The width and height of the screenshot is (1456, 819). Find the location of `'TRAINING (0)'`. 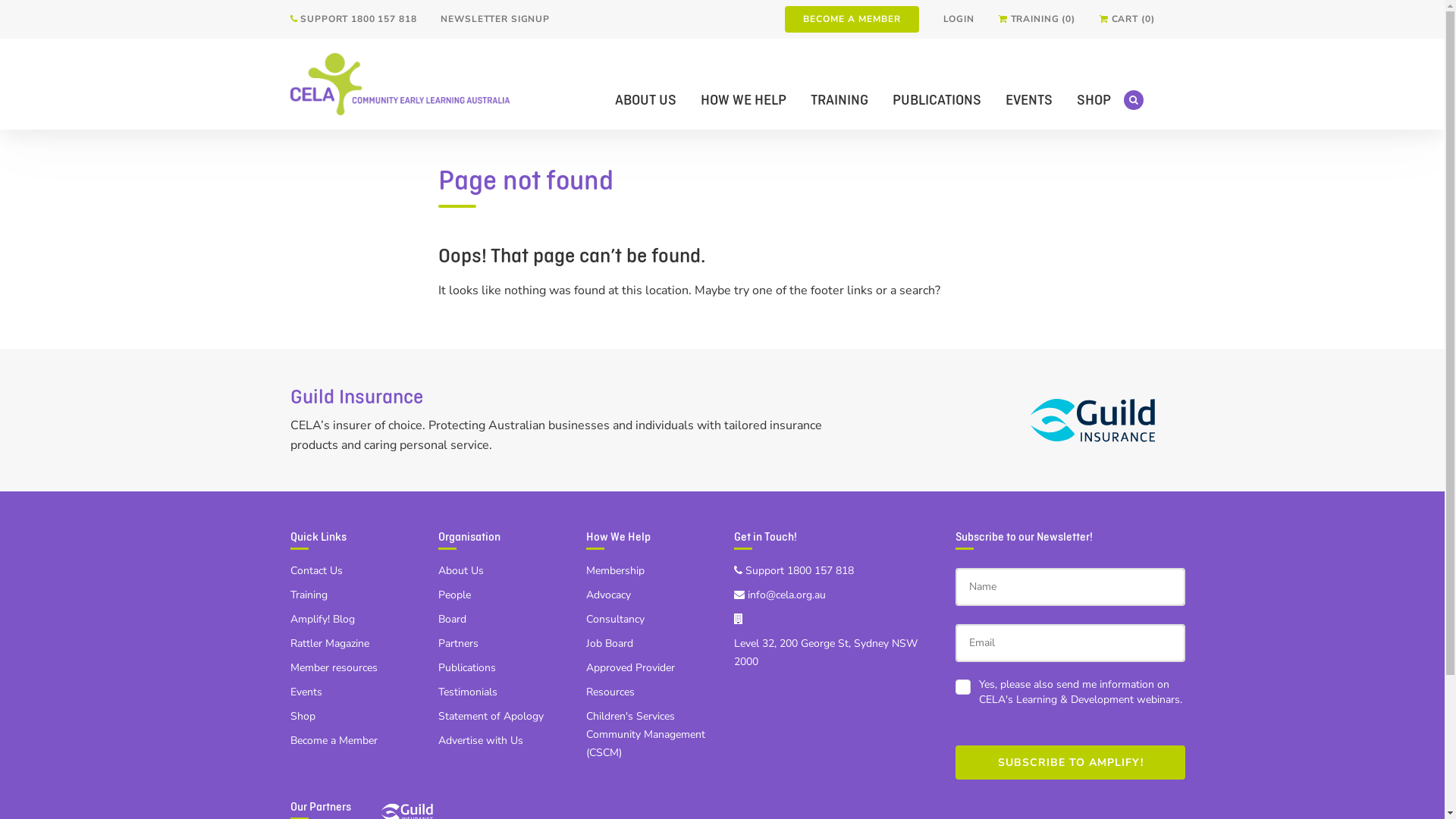

'TRAINING (0)' is located at coordinates (1036, 19).